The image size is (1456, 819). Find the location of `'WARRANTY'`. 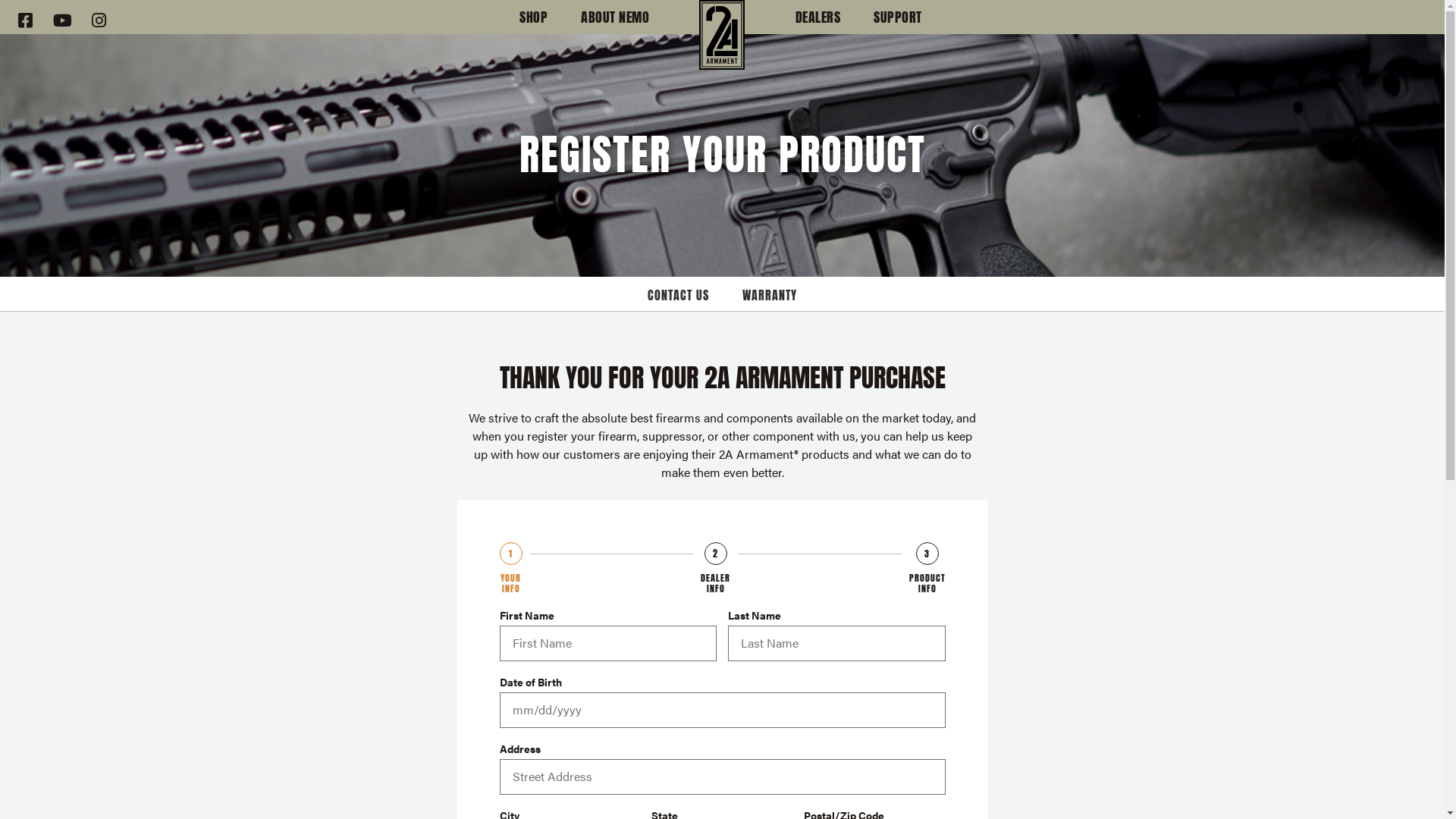

'WARRANTY' is located at coordinates (769, 295).